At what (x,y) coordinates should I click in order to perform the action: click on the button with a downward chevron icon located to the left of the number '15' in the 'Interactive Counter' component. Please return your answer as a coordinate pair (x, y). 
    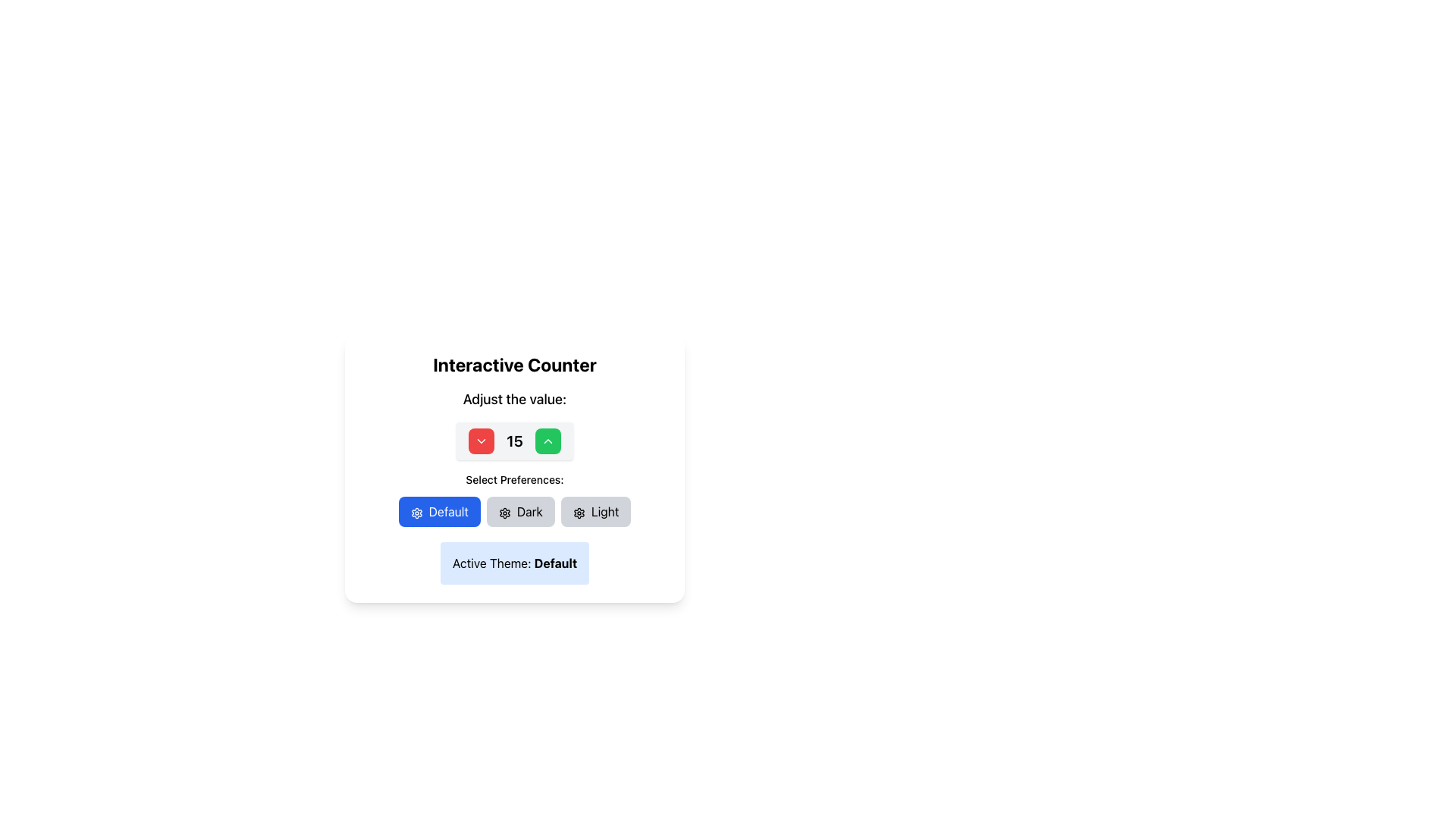
    Looking at the image, I should click on (481, 441).